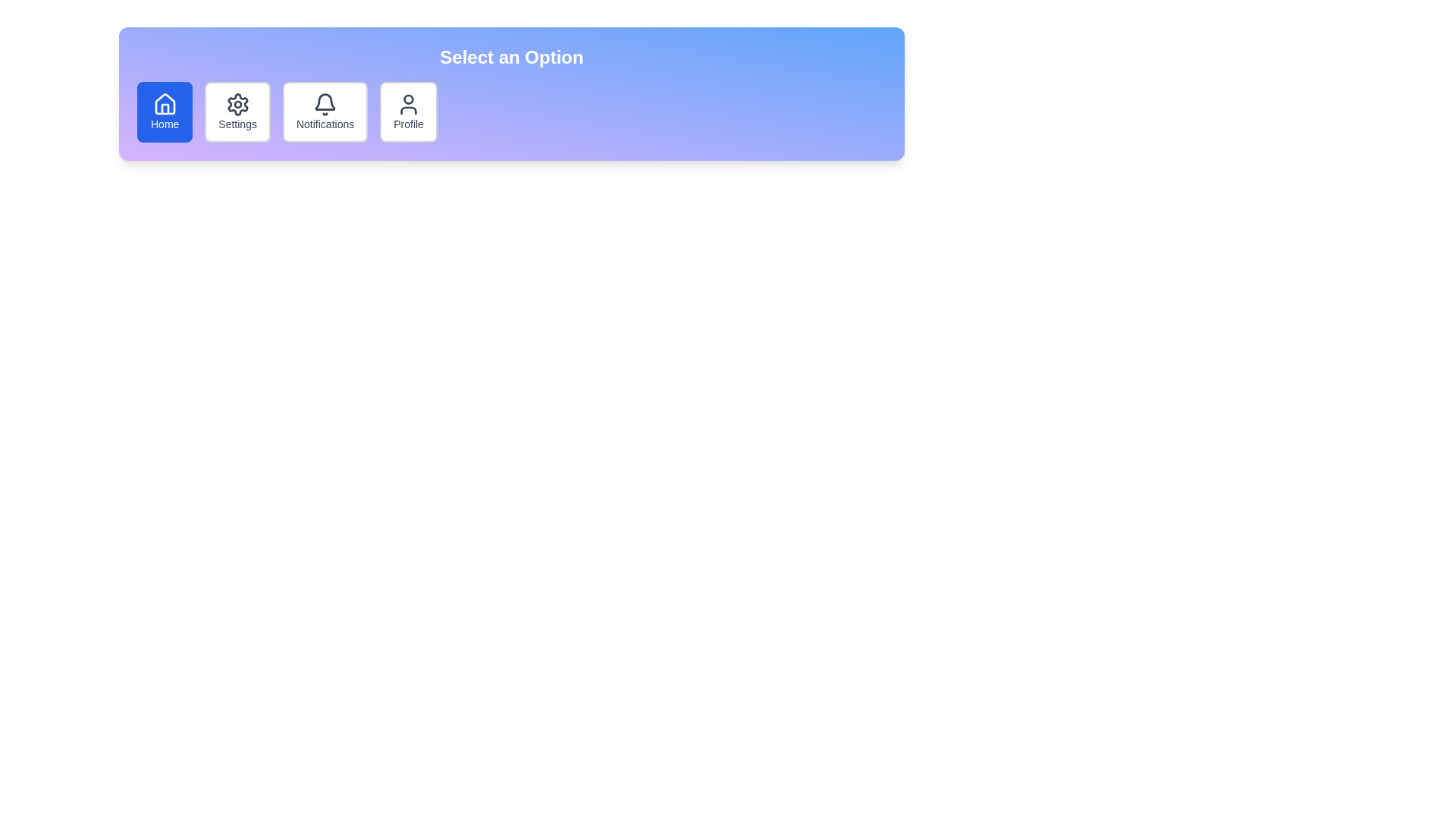  Describe the element at coordinates (237, 111) in the screenshot. I see `the 'Settings' button, which has a white background, gray text, and a gear icon above the label` at that location.